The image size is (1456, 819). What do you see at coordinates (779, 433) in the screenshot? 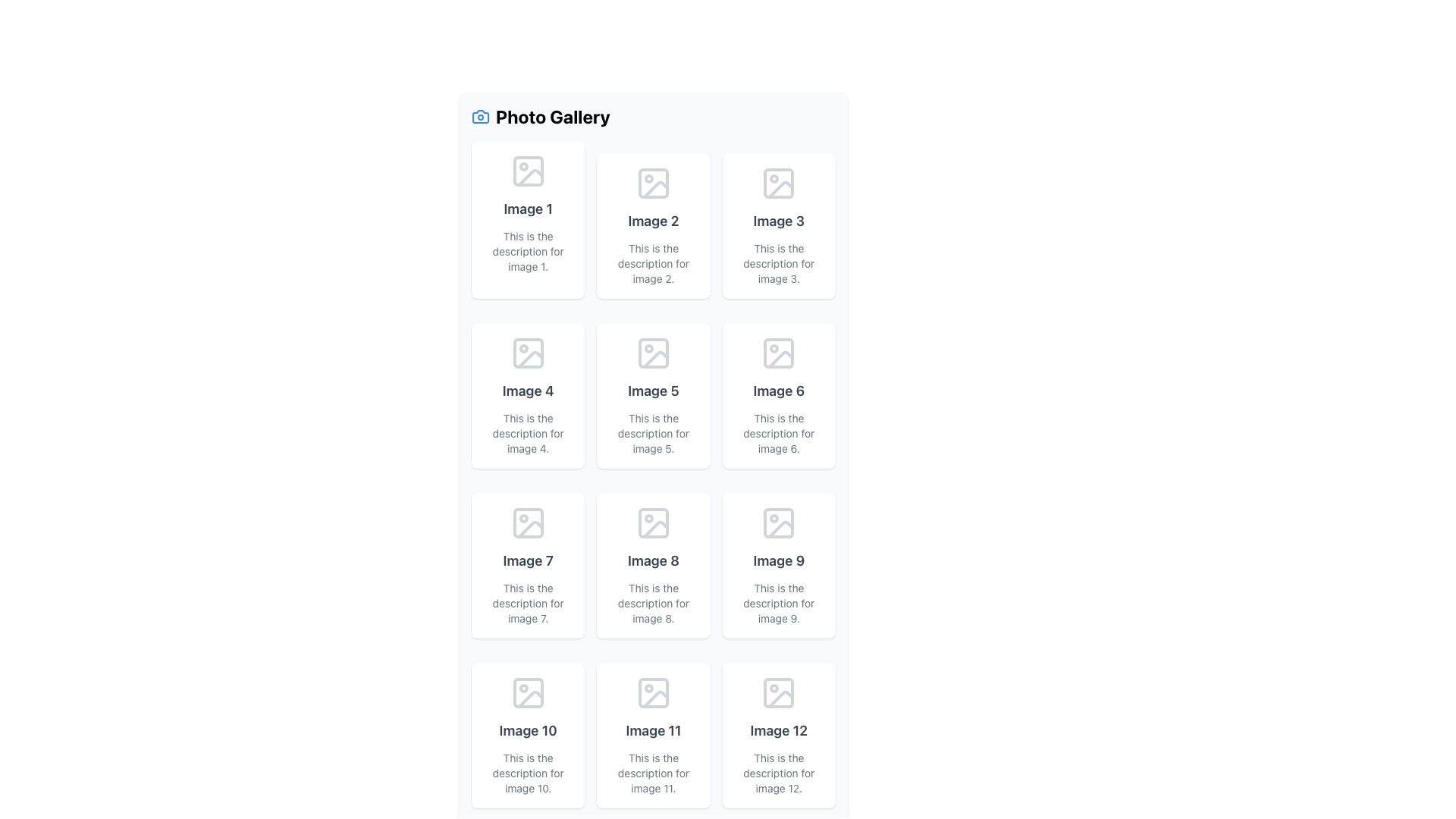
I see `text element that displays 'This is the description for image 6.' which is located at the bottom of the 'Image 6' component in the photo gallery layout` at bounding box center [779, 433].